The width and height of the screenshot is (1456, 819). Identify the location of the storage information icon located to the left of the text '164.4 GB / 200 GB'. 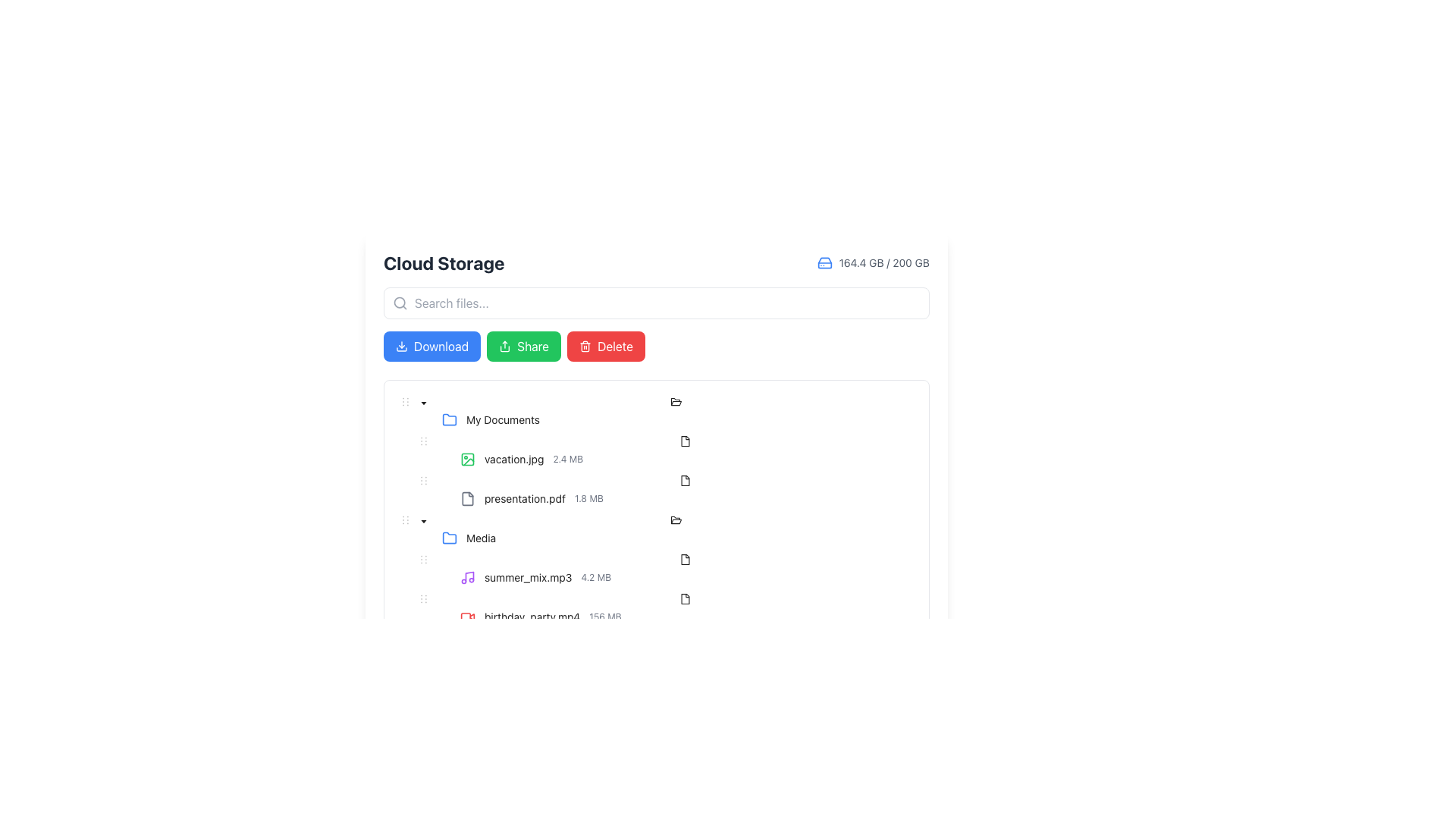
(824, 262).